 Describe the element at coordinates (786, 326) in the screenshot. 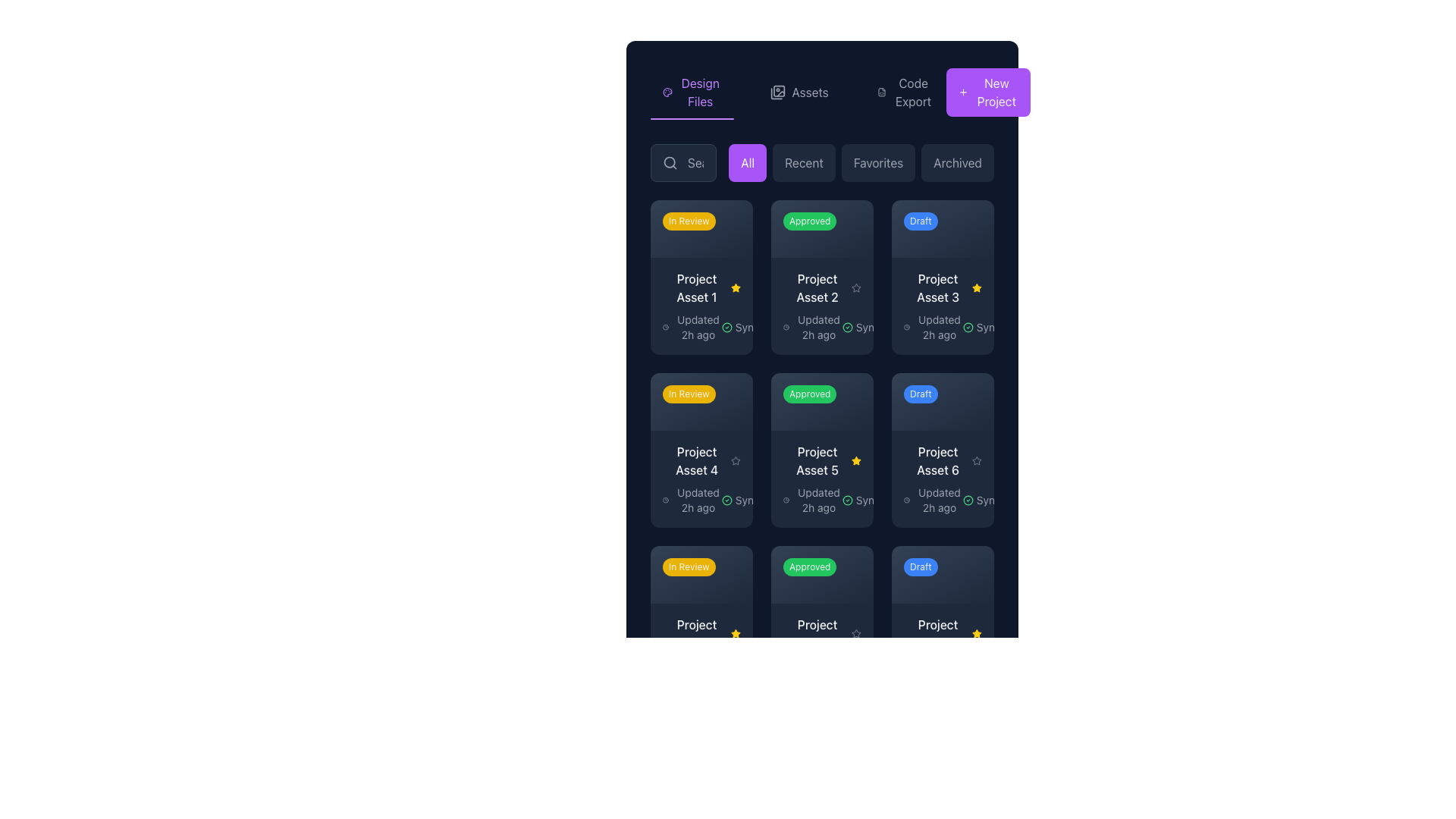

I see `the icon indicating the last update time, which is positioned to the left of the text 'Updated 2h ago' in the second asset card of the top row` at that location.